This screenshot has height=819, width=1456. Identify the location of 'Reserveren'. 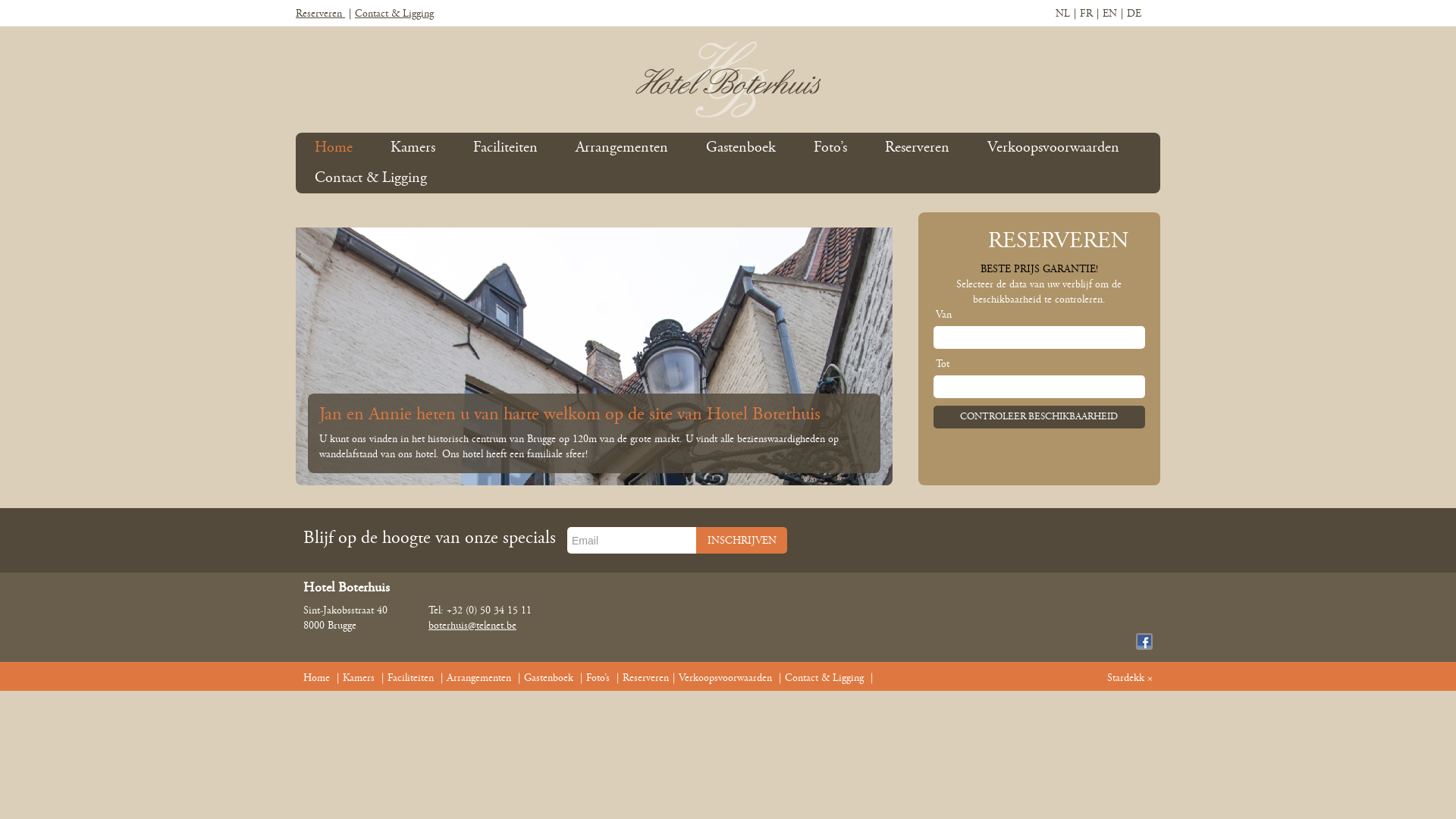
(916, 148).